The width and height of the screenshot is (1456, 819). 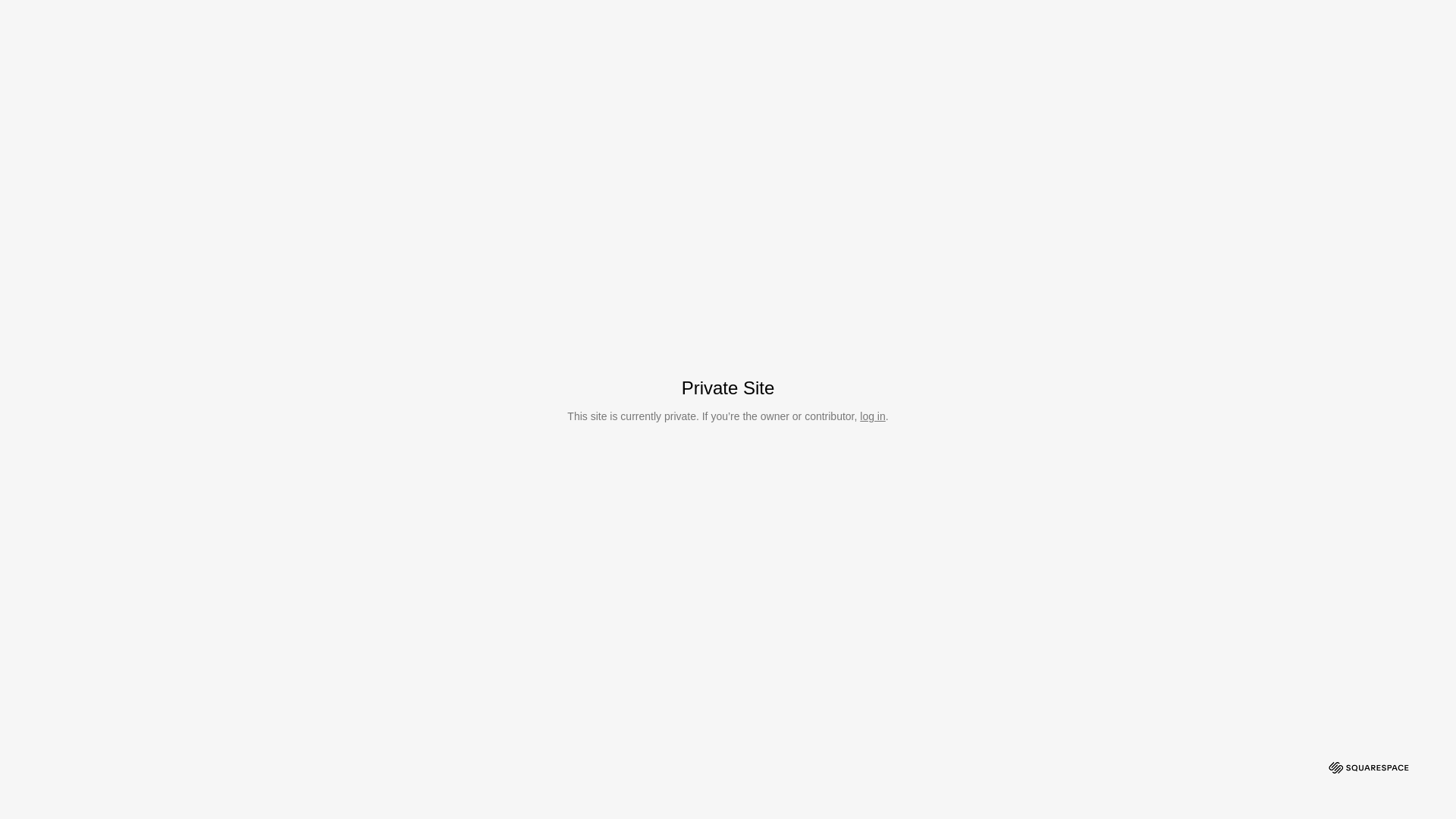 What do you see at coordinates (872, 416) in the screenshot?
I see `'log in'` at bounding box center [872, 416].